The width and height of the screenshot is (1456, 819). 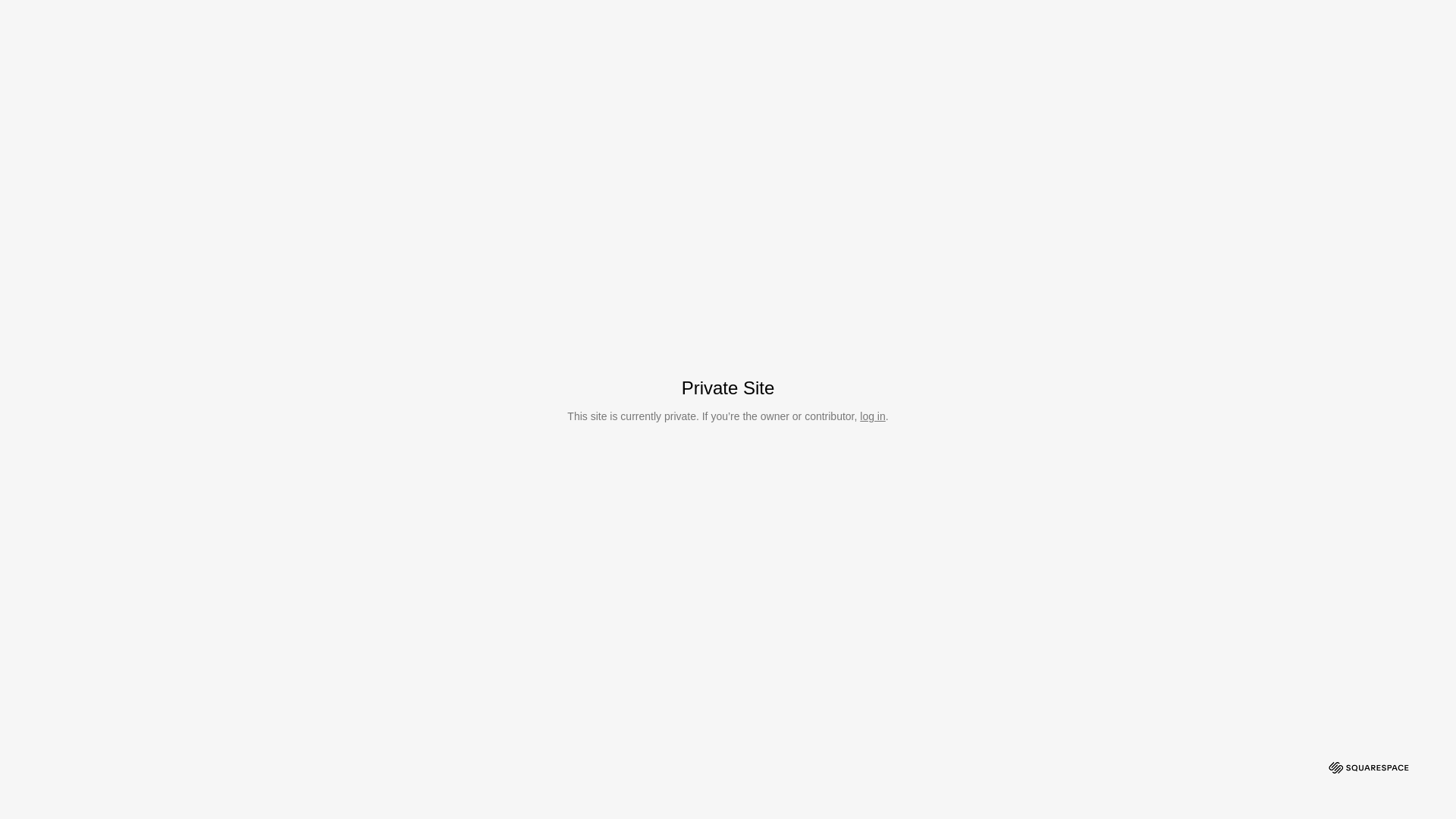 What do you see at coordinates (872, 416) in the screenshot?
I see `'log in'` at bounding box center [872, 416].